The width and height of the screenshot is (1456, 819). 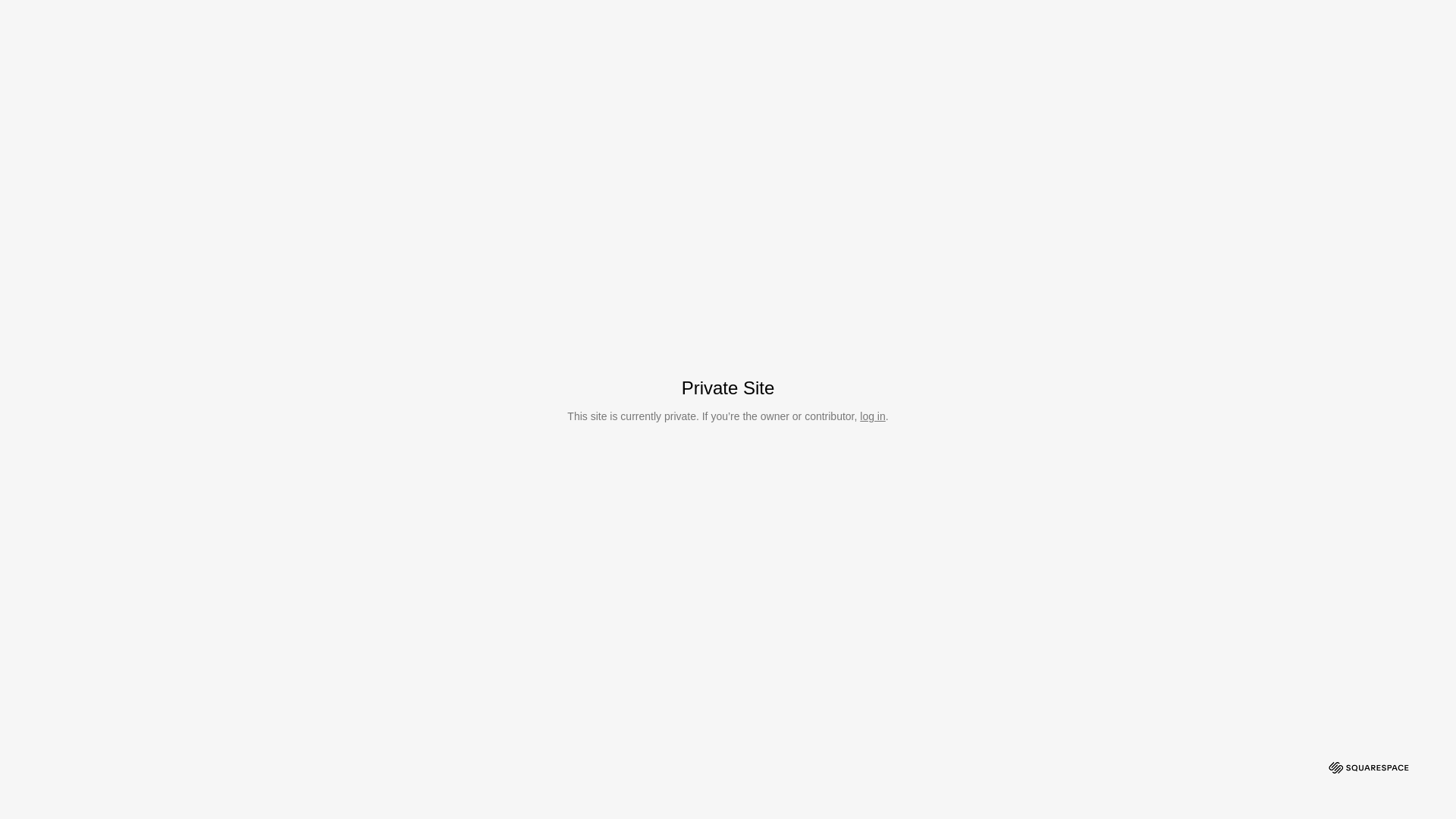 What do you see at coordinates (872, 416) in the screenshot?
I see `'log in'` at bounding box center [872, 416].